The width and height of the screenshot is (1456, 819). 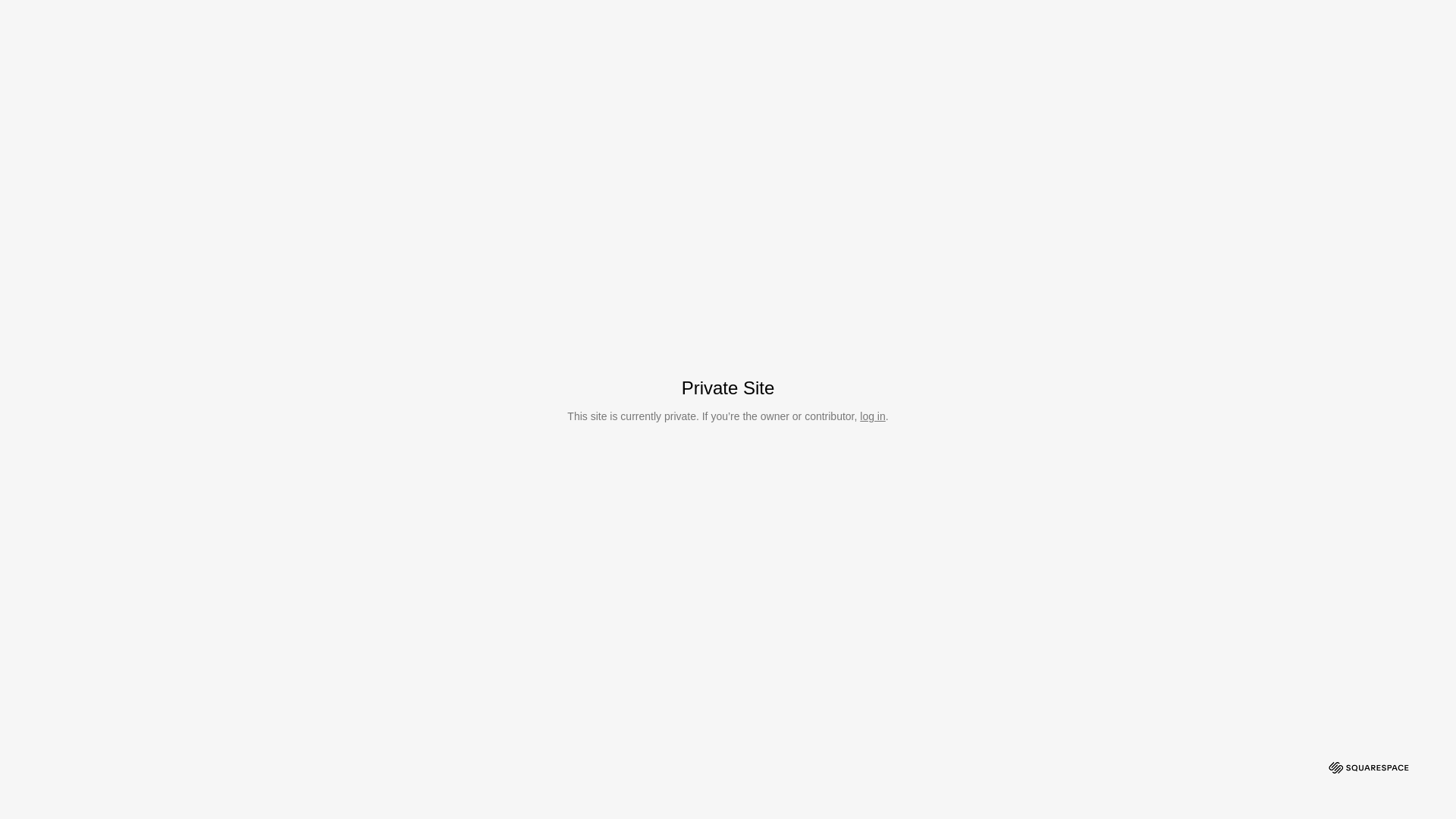 What do you see at coordinates (872, 416) in the screenshot?
I see `'log in'` at bounding box center [872, 416].